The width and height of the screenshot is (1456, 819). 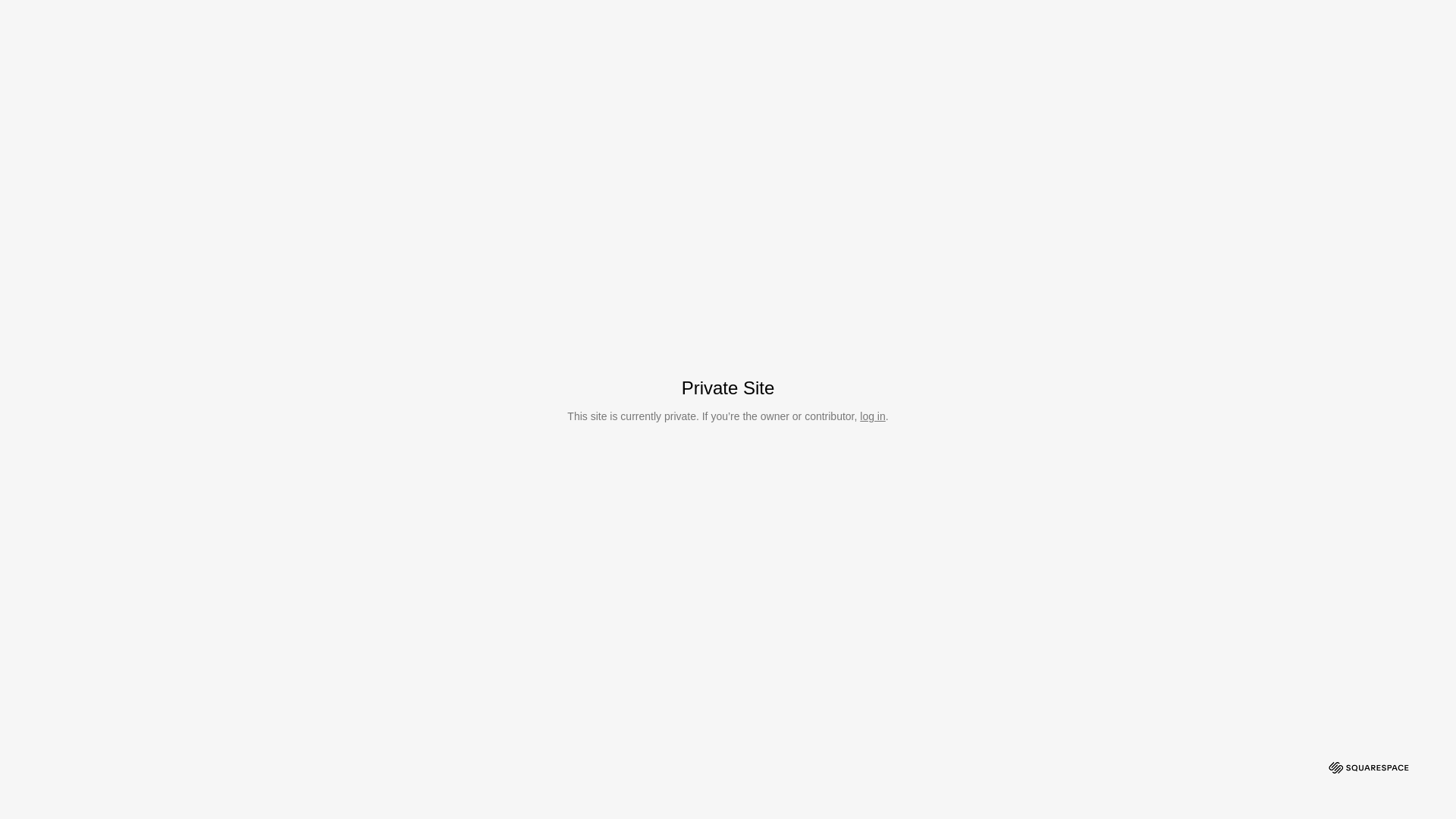 What do you see at coordinates (872, 416) in the screenshot?
I see `'log in'` at bounding box center [872, 416].